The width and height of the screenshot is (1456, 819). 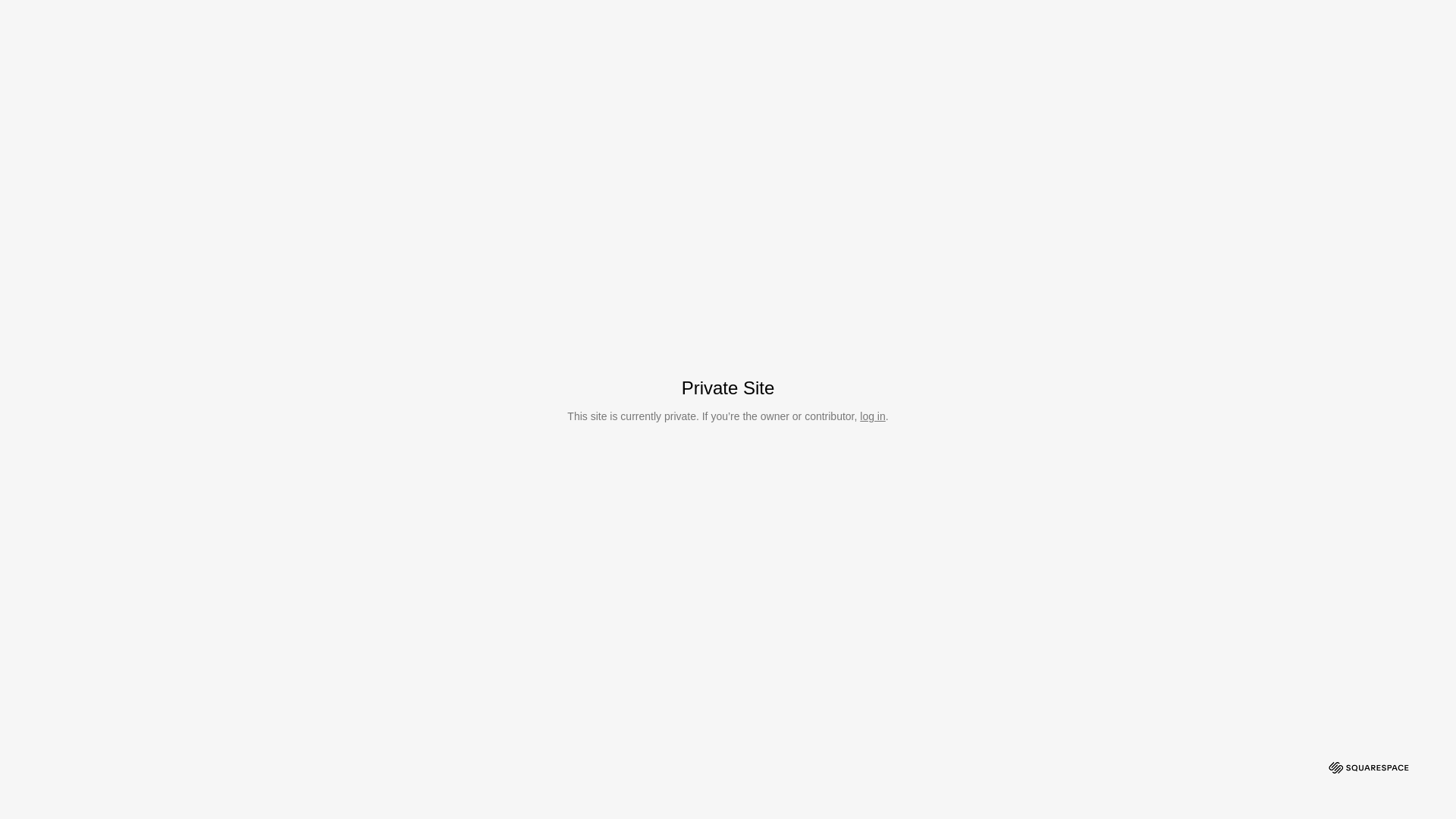 What do you see at coordinates (872, 416) in the screenshot?
I see `'log in'` at bounding box center [872, 416].